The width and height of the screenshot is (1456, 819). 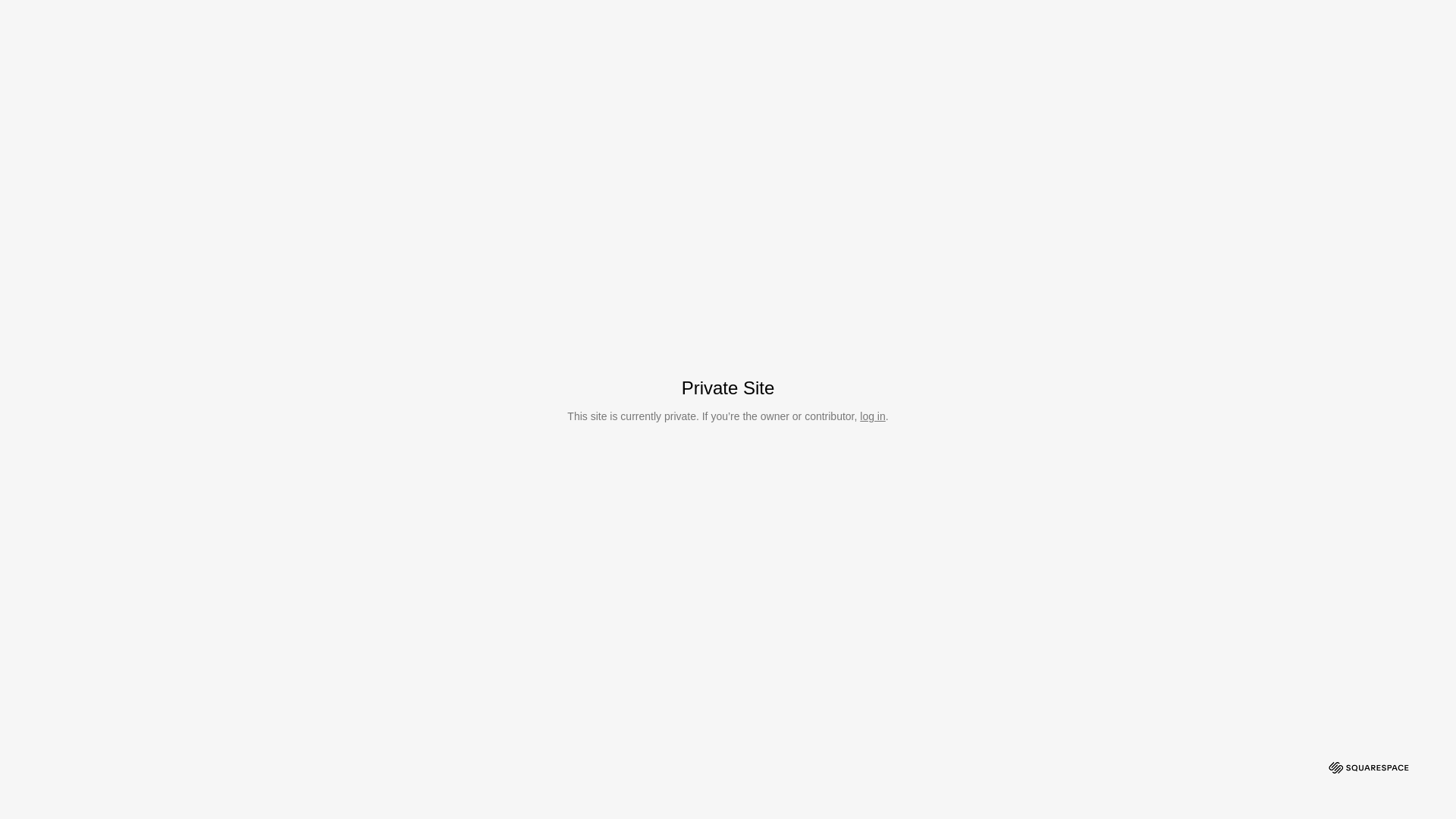 What do you see at coordinates (872, 416) in the screenshot?
I see `'log in'` at bounding box center [872, 416].